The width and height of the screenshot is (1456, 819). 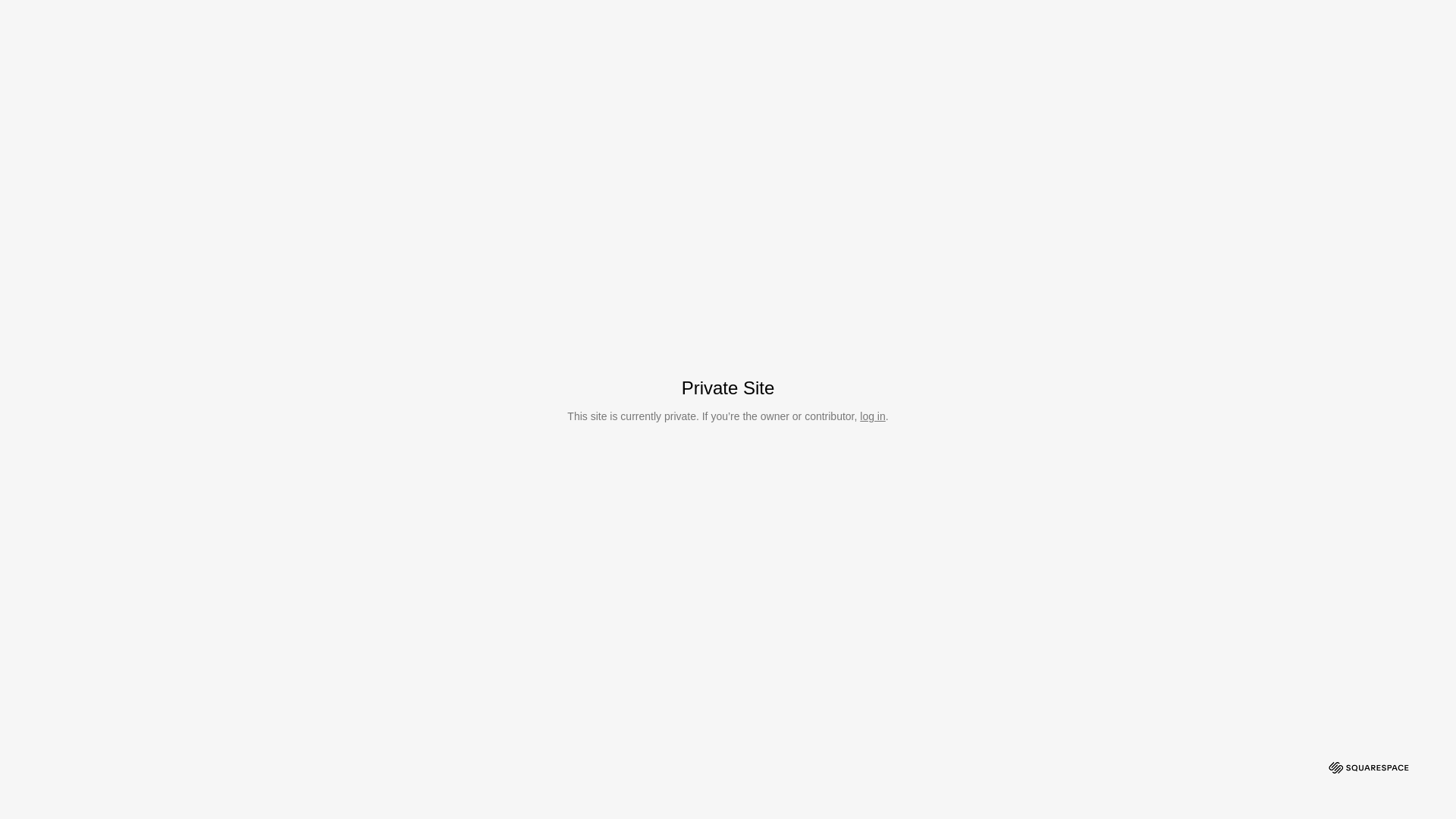 What do you see at coordinates (872, 416) in the screenshot?
I see `'log in'` at bounding box center [872, 416].